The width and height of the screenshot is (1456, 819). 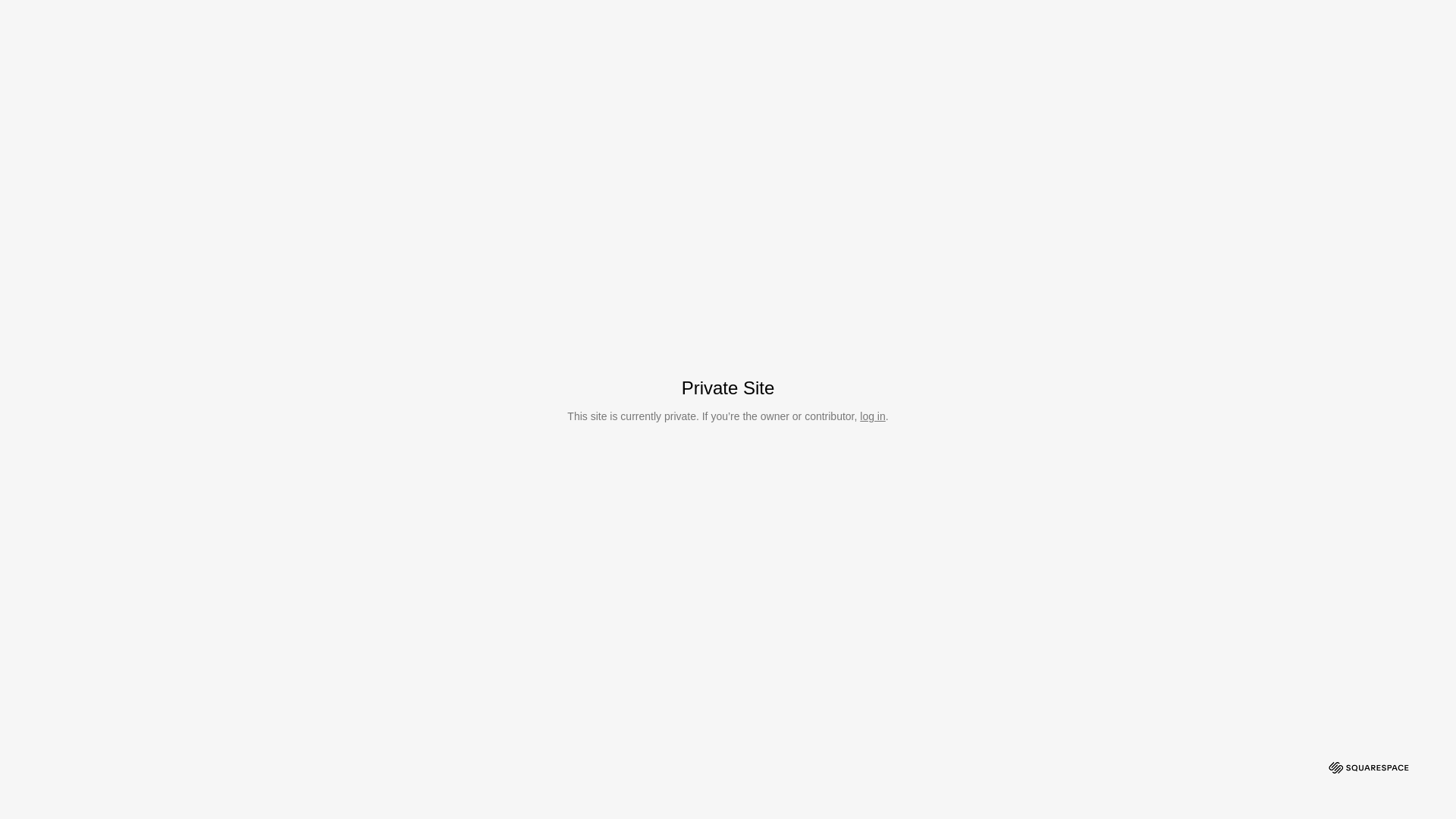 What do you see at coordinates (872, 416) in the screenshot?
I see `'log in'` at bounding box center [872, 416].